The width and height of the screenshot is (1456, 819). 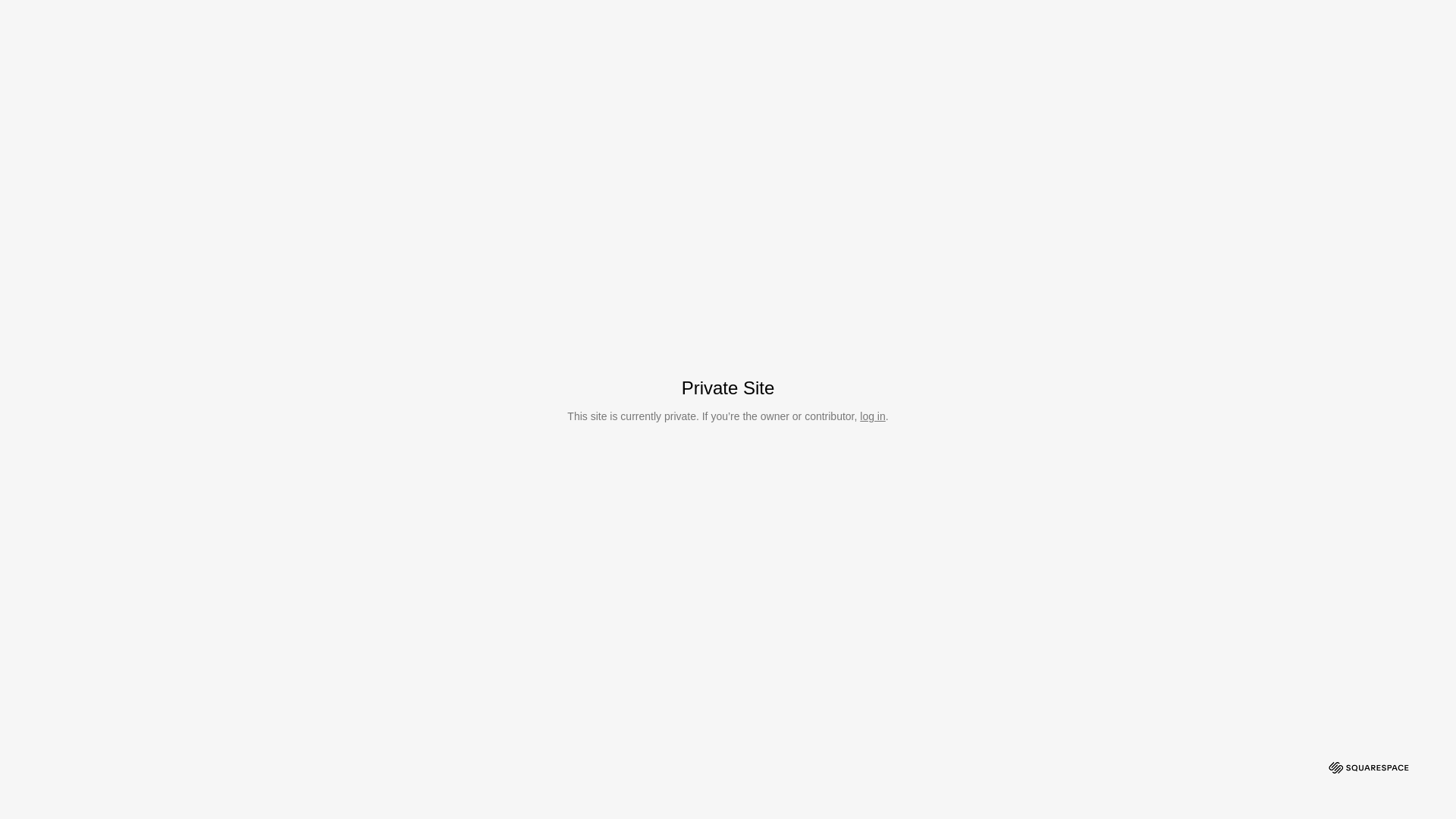 What do you see at coordinates (872, 416) in the screenshot?
I see `'log in'` at bounding box center [872, 416].